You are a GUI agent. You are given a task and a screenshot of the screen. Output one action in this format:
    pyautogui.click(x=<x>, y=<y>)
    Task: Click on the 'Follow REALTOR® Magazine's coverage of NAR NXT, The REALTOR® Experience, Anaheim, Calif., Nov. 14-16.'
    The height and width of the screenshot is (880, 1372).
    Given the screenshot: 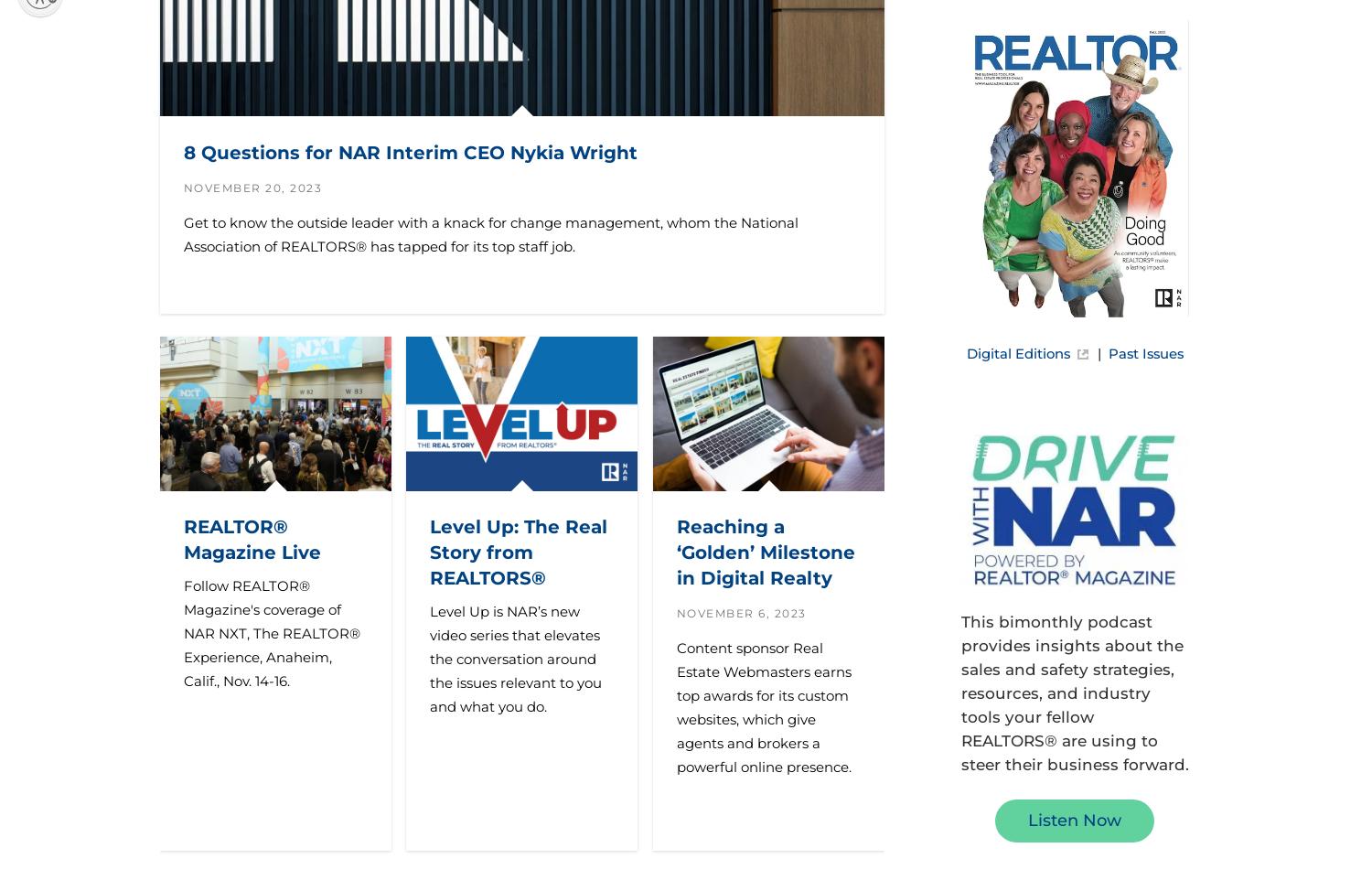 What is the action you would take?
    pyautogui.click(x=271, y=632)
    